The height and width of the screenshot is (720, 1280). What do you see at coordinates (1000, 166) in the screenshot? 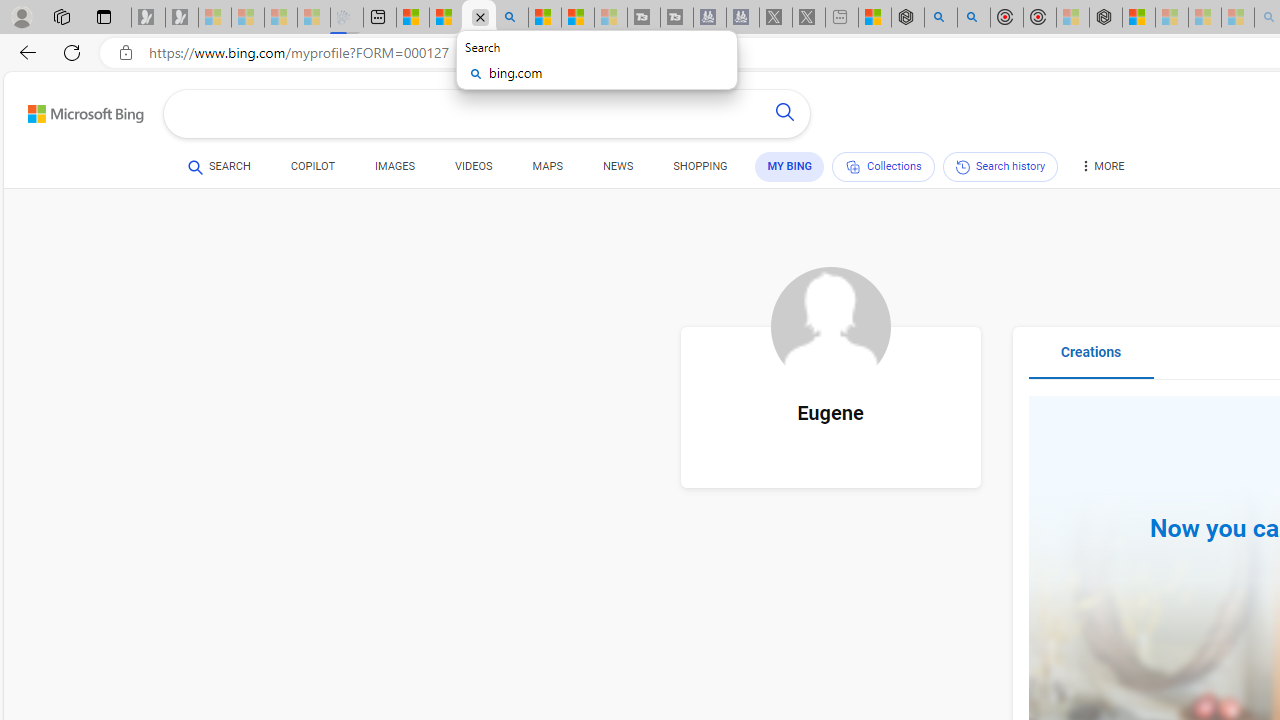
I see `'Search history'` at bounding box center [1000, 166].